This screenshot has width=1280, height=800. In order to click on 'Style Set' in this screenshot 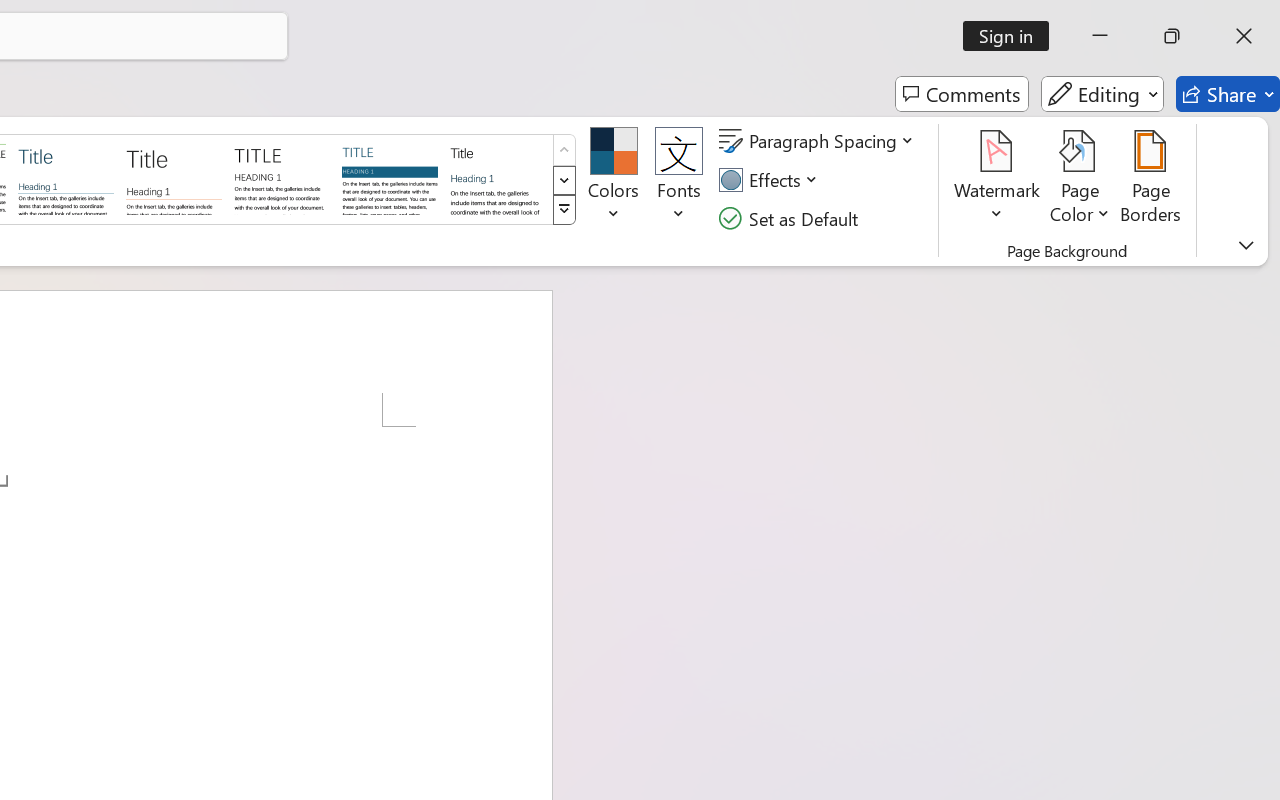, I will do `click(563, 210)`.